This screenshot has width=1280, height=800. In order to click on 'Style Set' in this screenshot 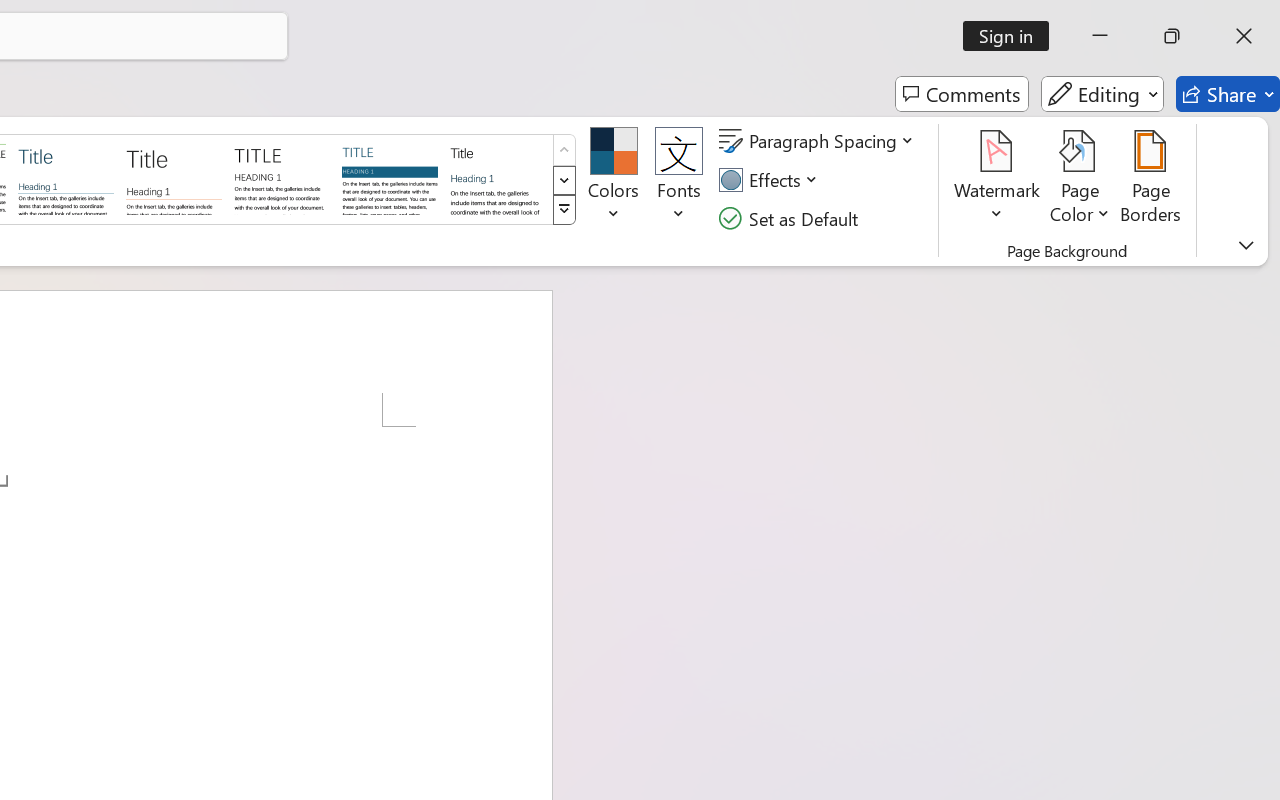, I will do `click(563, 210)`.